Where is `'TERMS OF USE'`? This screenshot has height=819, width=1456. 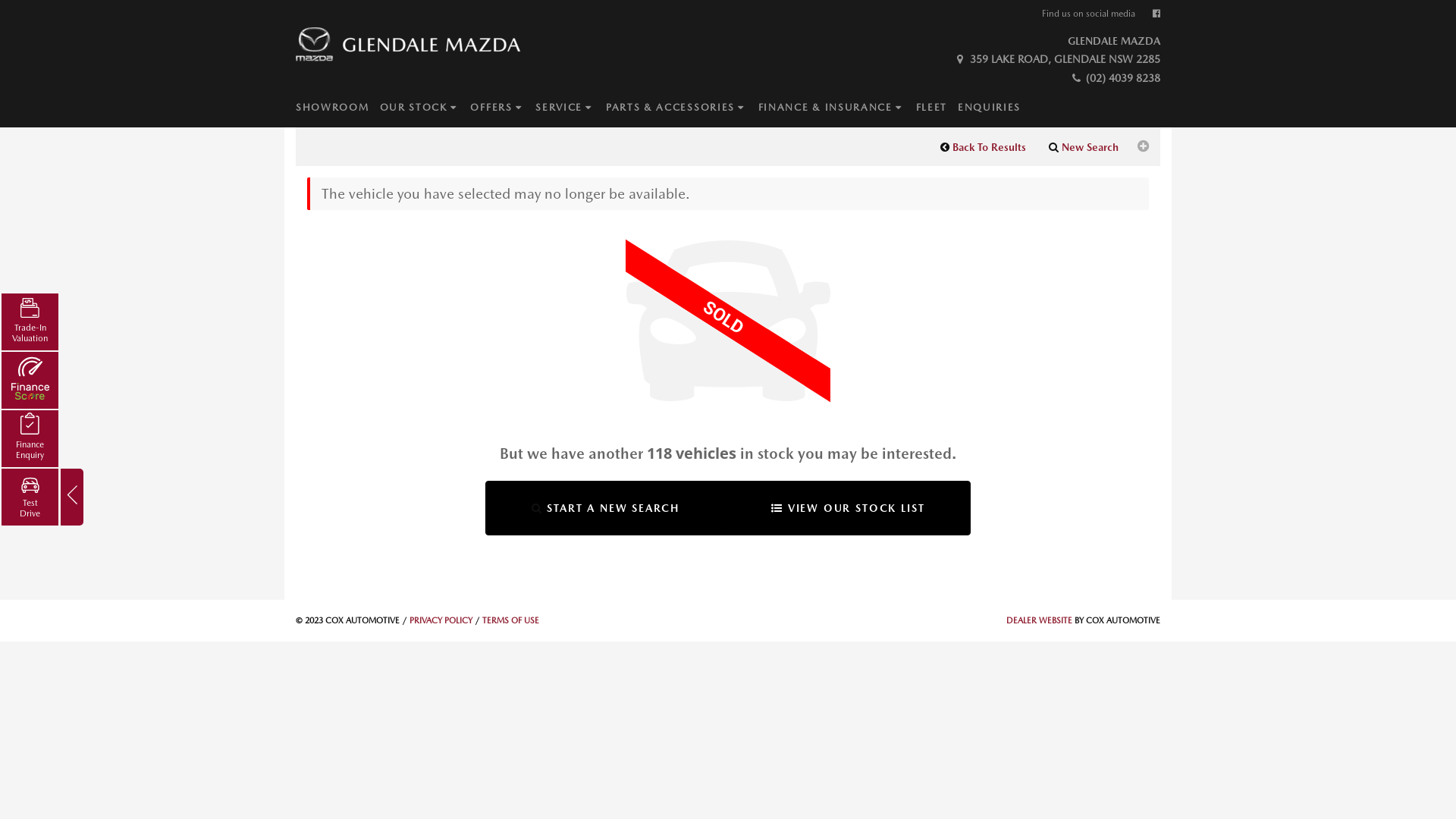
'TERMS OF USE' is located at coordinates (510, 620).